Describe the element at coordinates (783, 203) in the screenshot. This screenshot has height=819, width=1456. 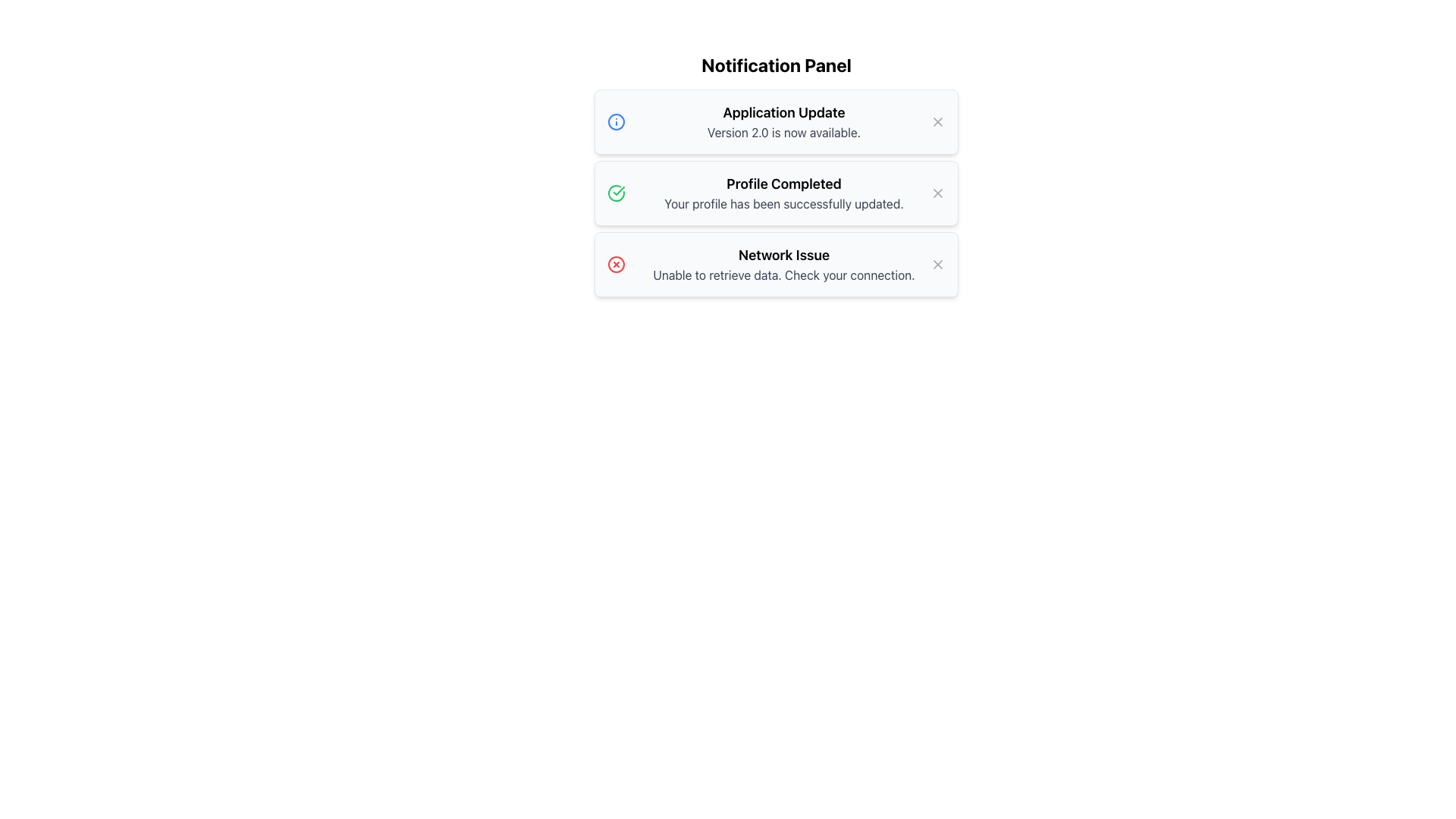
I see `the text label that indicates the user's profile has been successfully updated, located in the notification block under 'Profile Completed'` at that location.